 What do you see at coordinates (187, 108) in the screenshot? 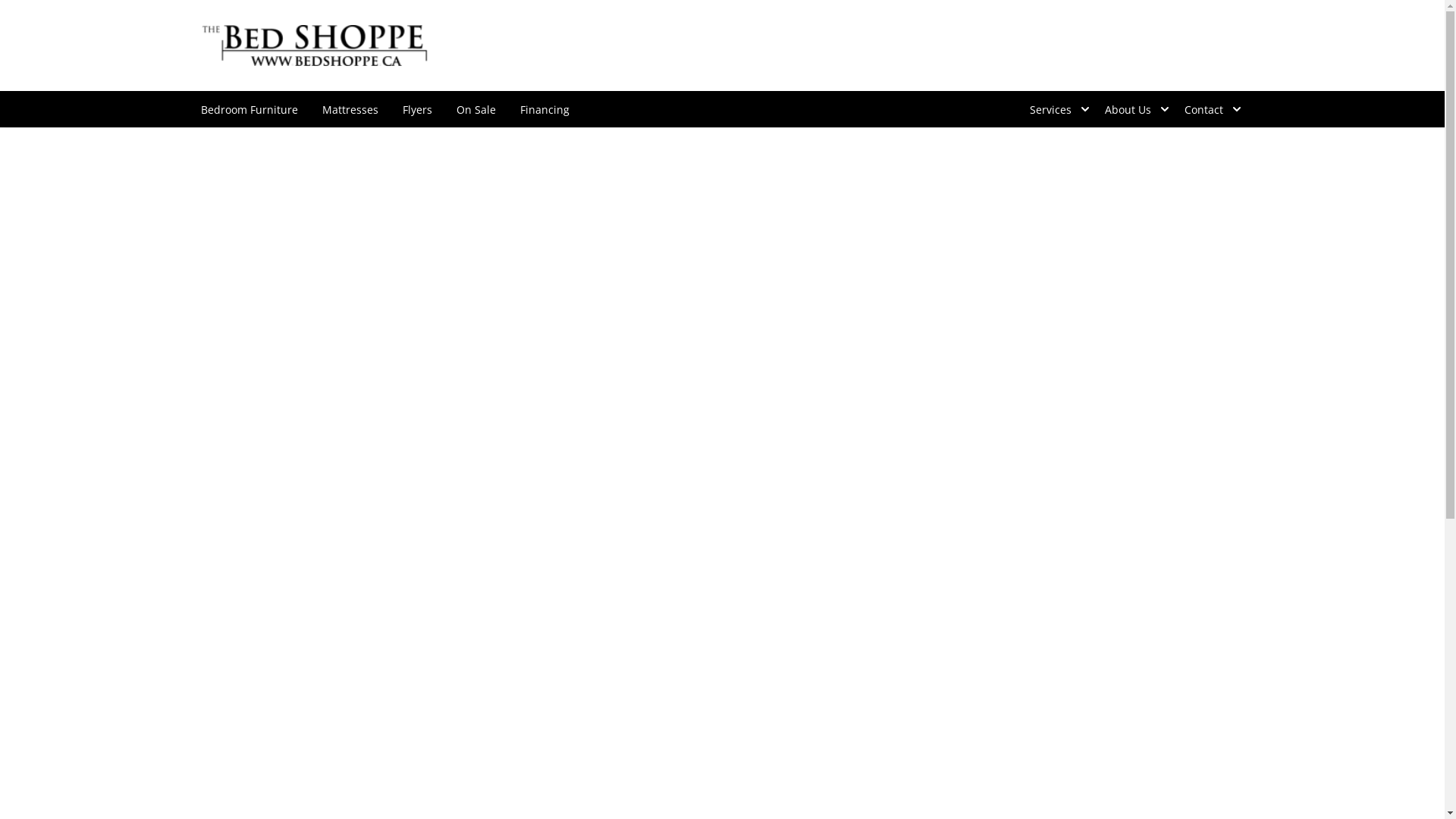
I see `'Bedroom Furniture'` at bounding box center [187, 108].